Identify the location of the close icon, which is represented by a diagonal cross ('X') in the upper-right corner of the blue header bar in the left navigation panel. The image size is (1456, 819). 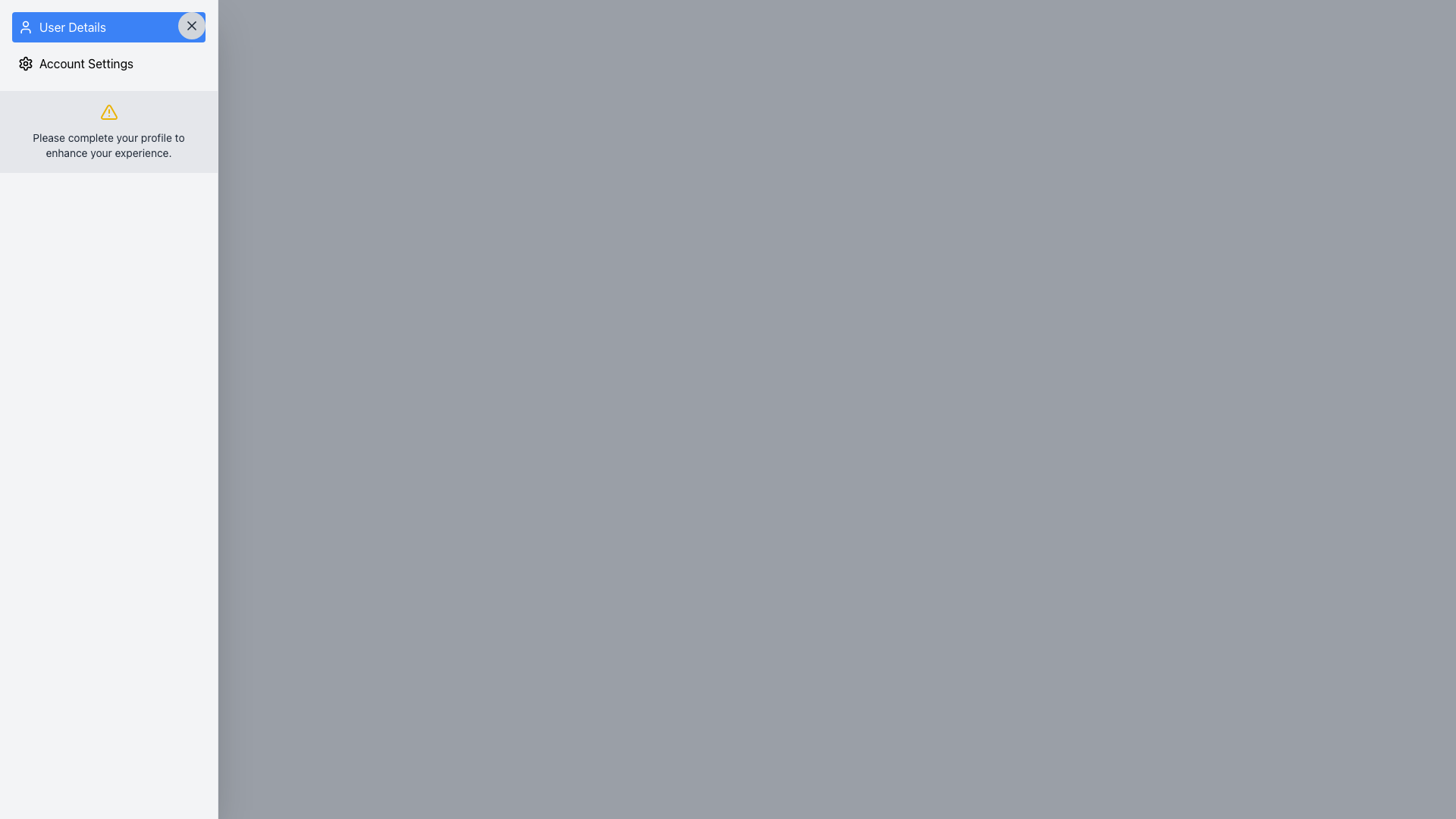
(191, 26).